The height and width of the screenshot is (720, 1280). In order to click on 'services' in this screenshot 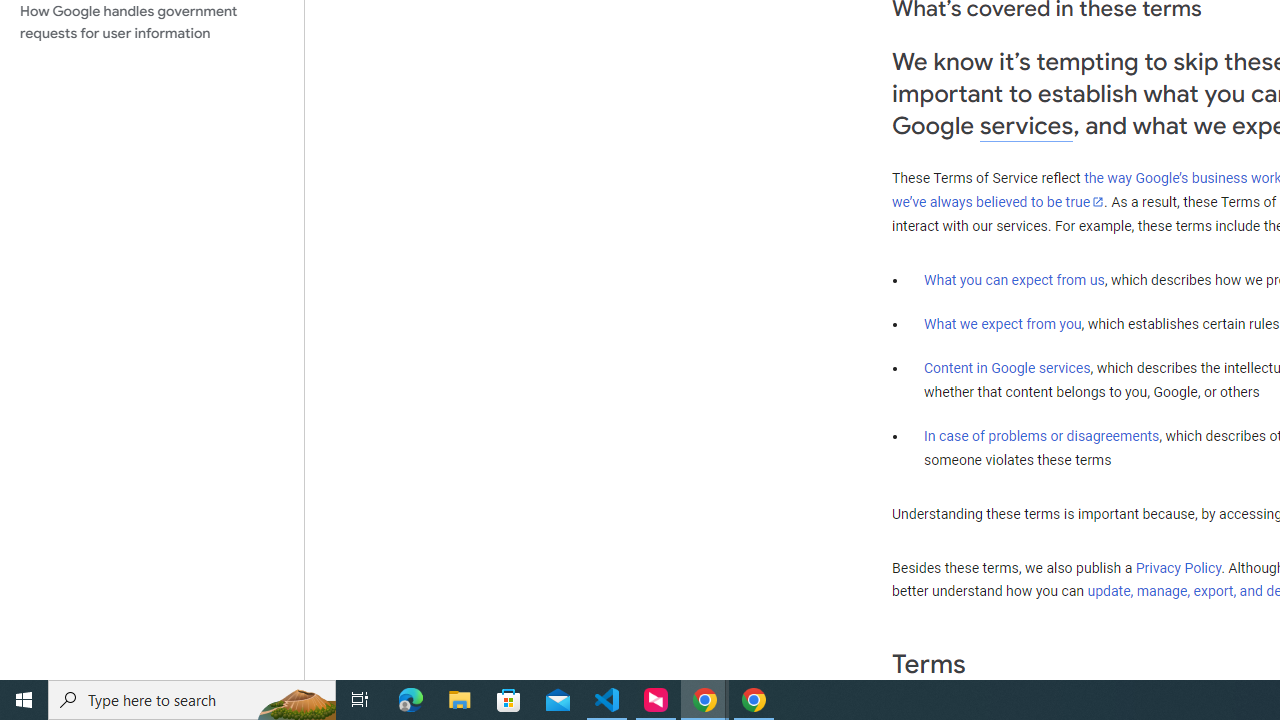, I will do `click(1026, 125)`.